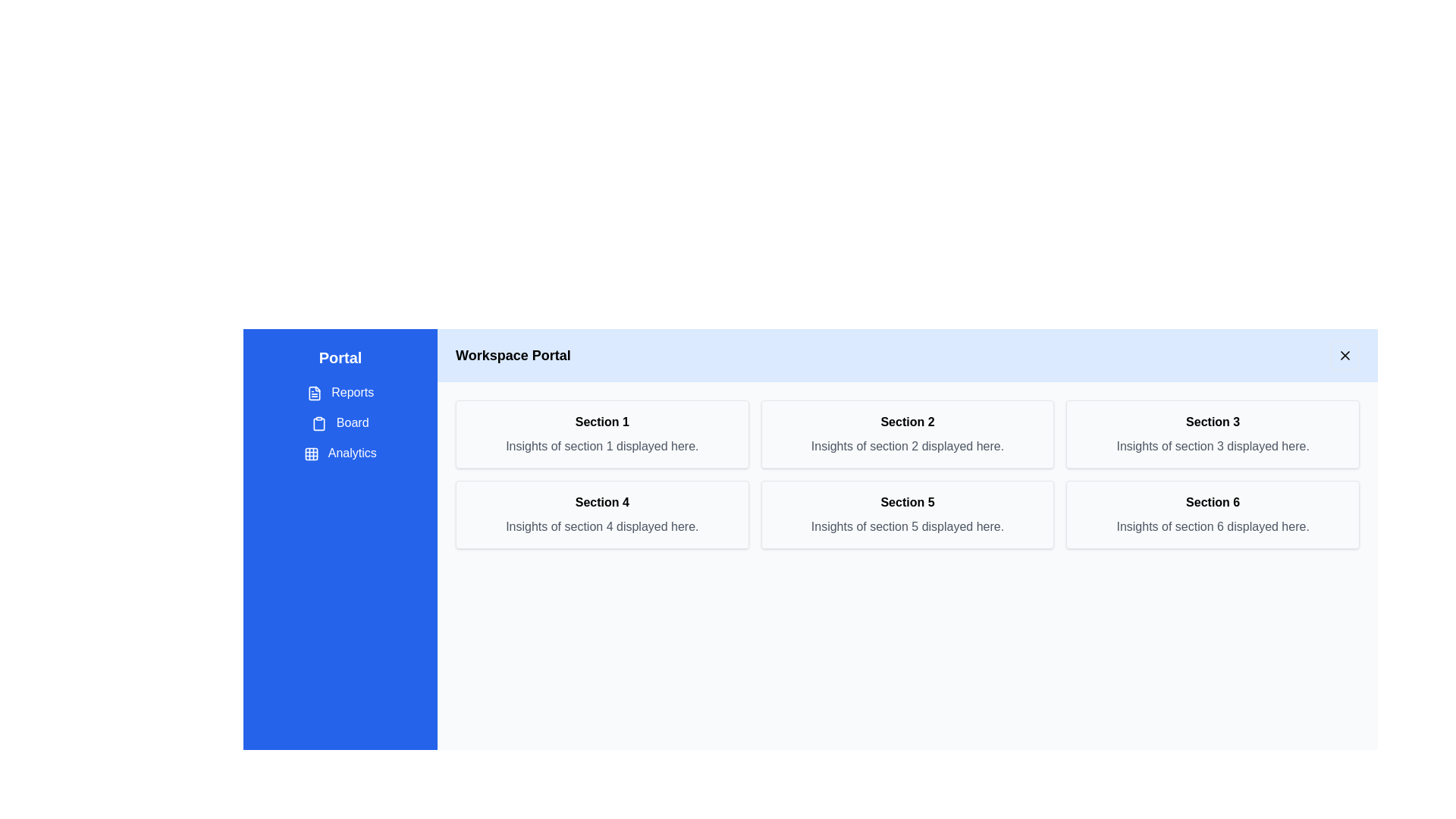 Image resolution: width=1456 pixels, height=819 pixels. Describe the element at coordinates (318, 423) in the screenshot. I see `the navigation icon for the 'Board' section located in the left sidebar` at that location.